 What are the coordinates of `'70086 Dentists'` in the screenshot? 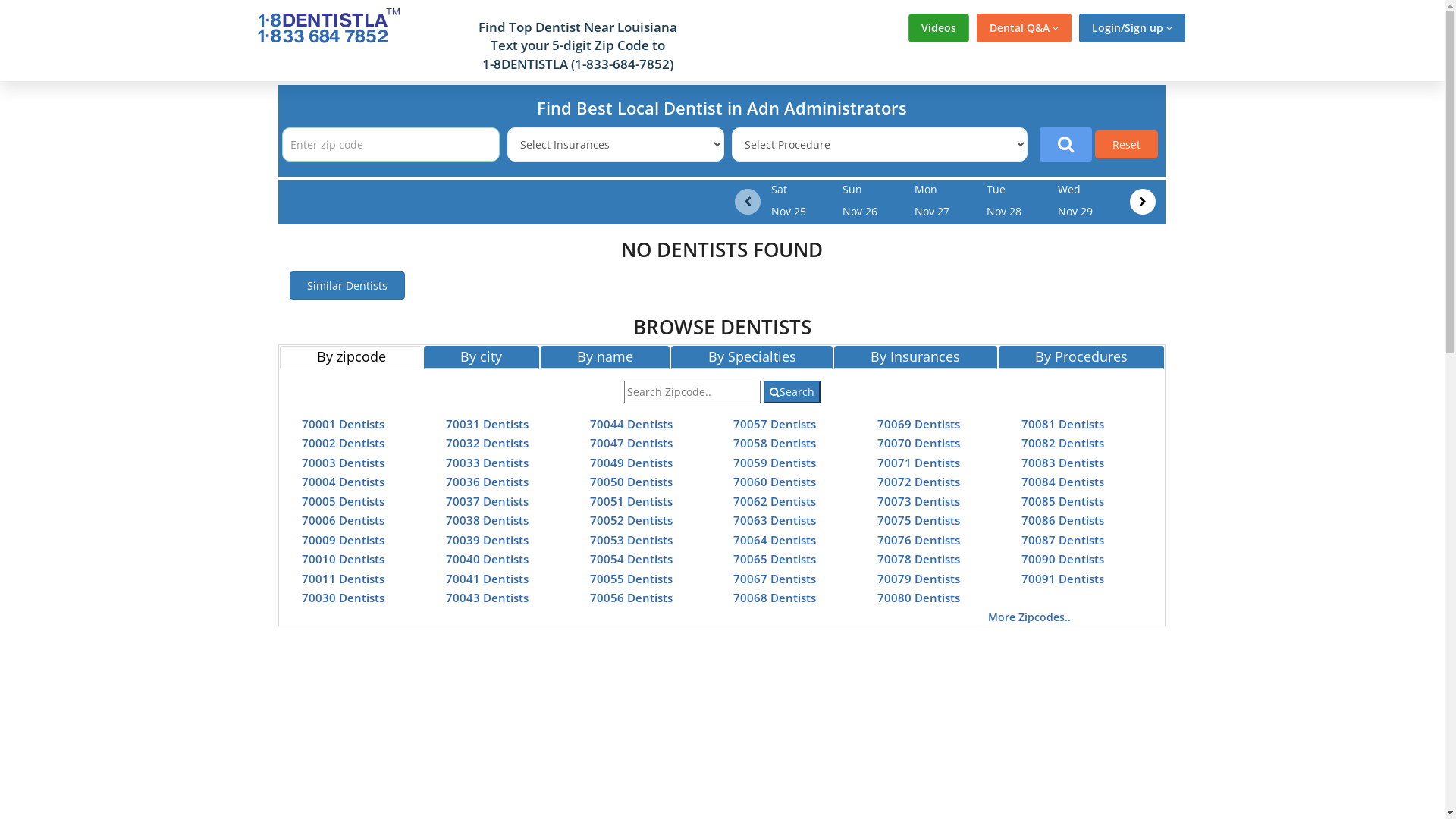 It's located at (1062, 519).